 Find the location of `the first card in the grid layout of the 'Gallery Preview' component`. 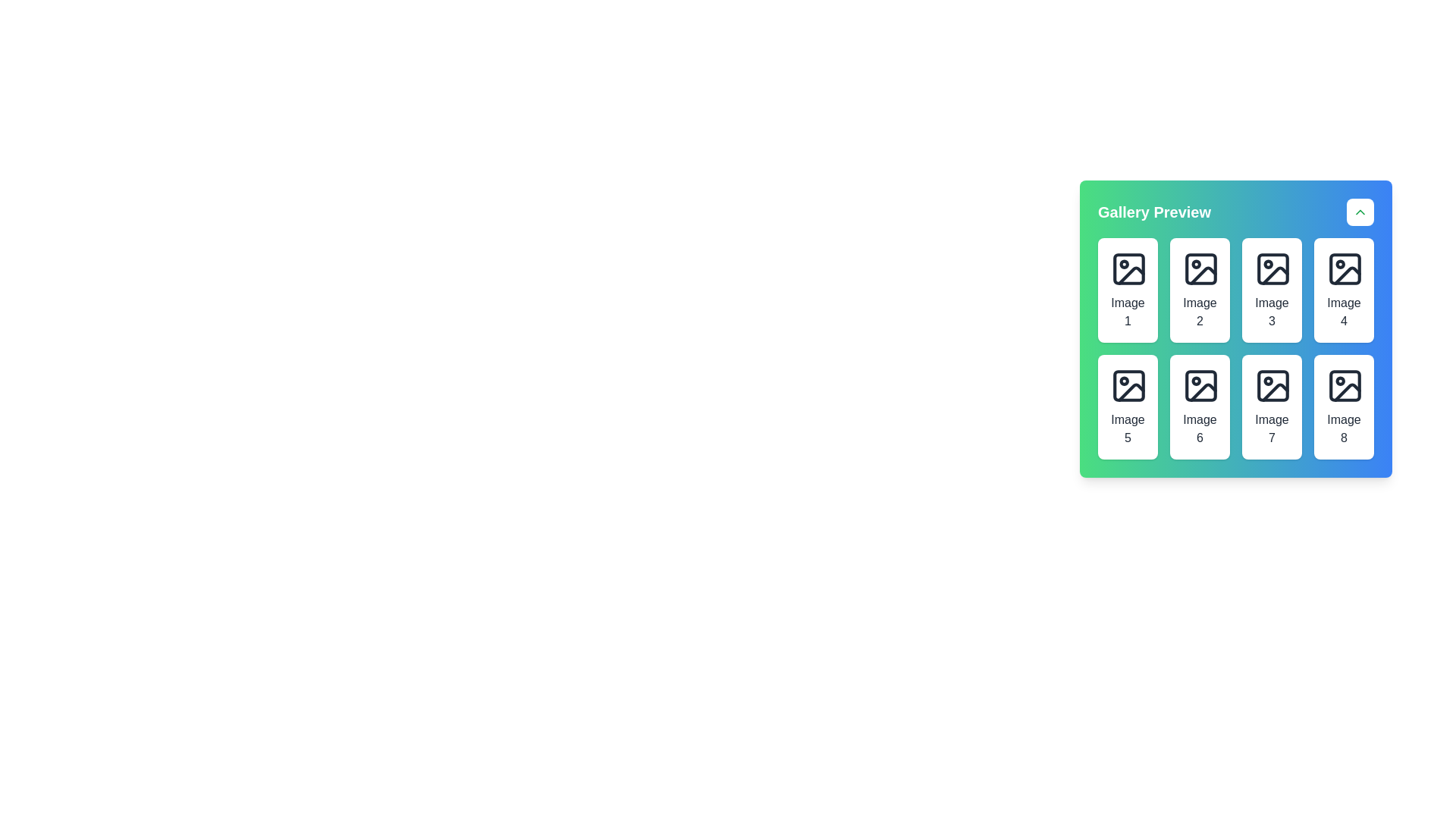

the first card in the grid layout of the 'Gallery Preview' component is located at coordinates (1128, 290).